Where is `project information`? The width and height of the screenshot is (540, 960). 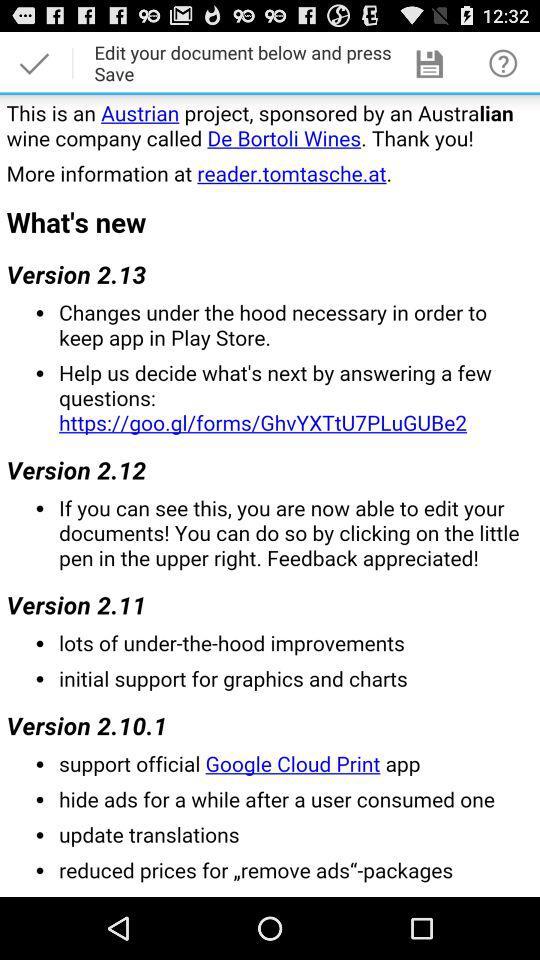 project information is located at coordinates (270, 494).